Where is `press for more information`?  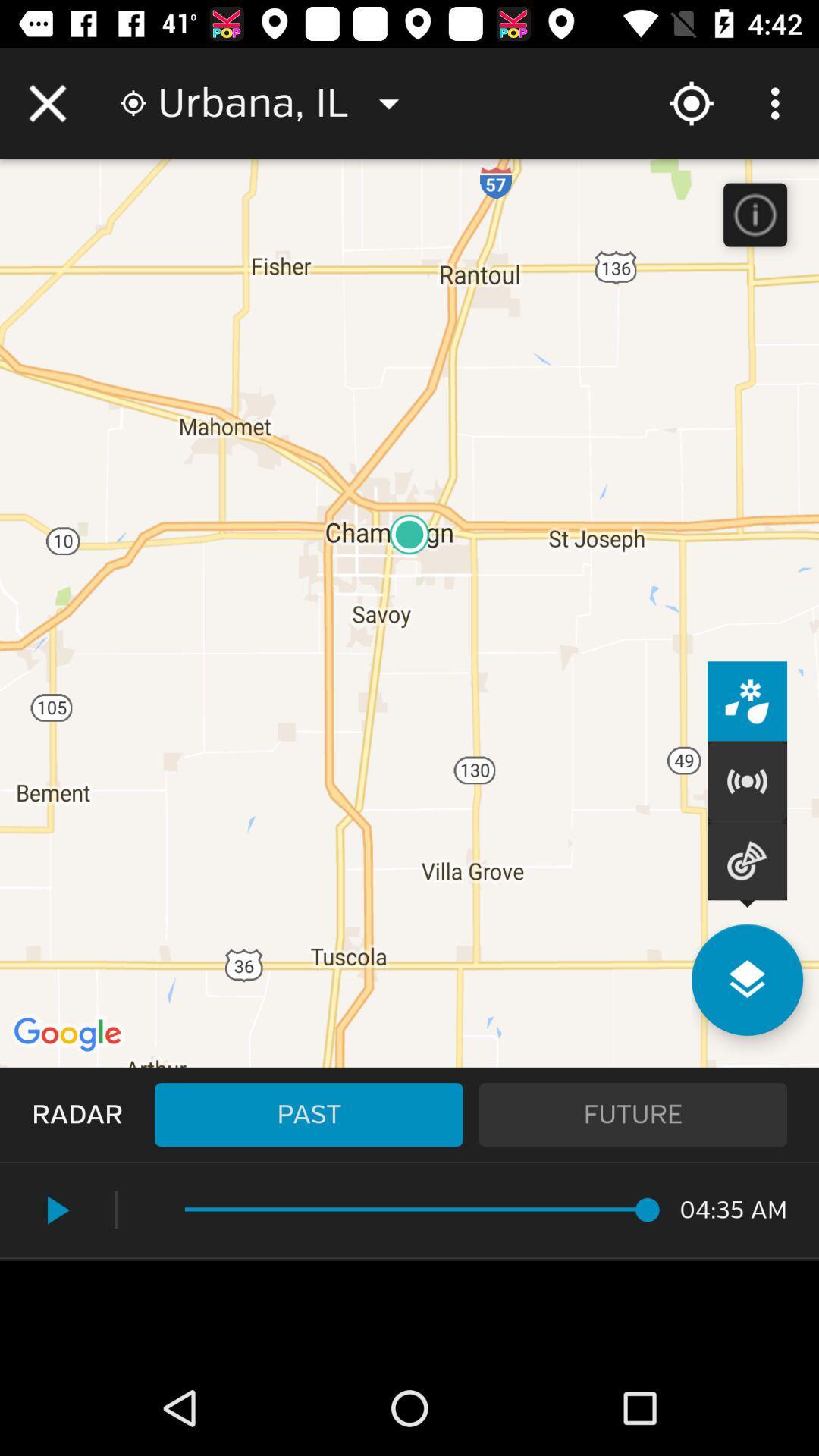
press for more information is located at coordinates (755, 214).